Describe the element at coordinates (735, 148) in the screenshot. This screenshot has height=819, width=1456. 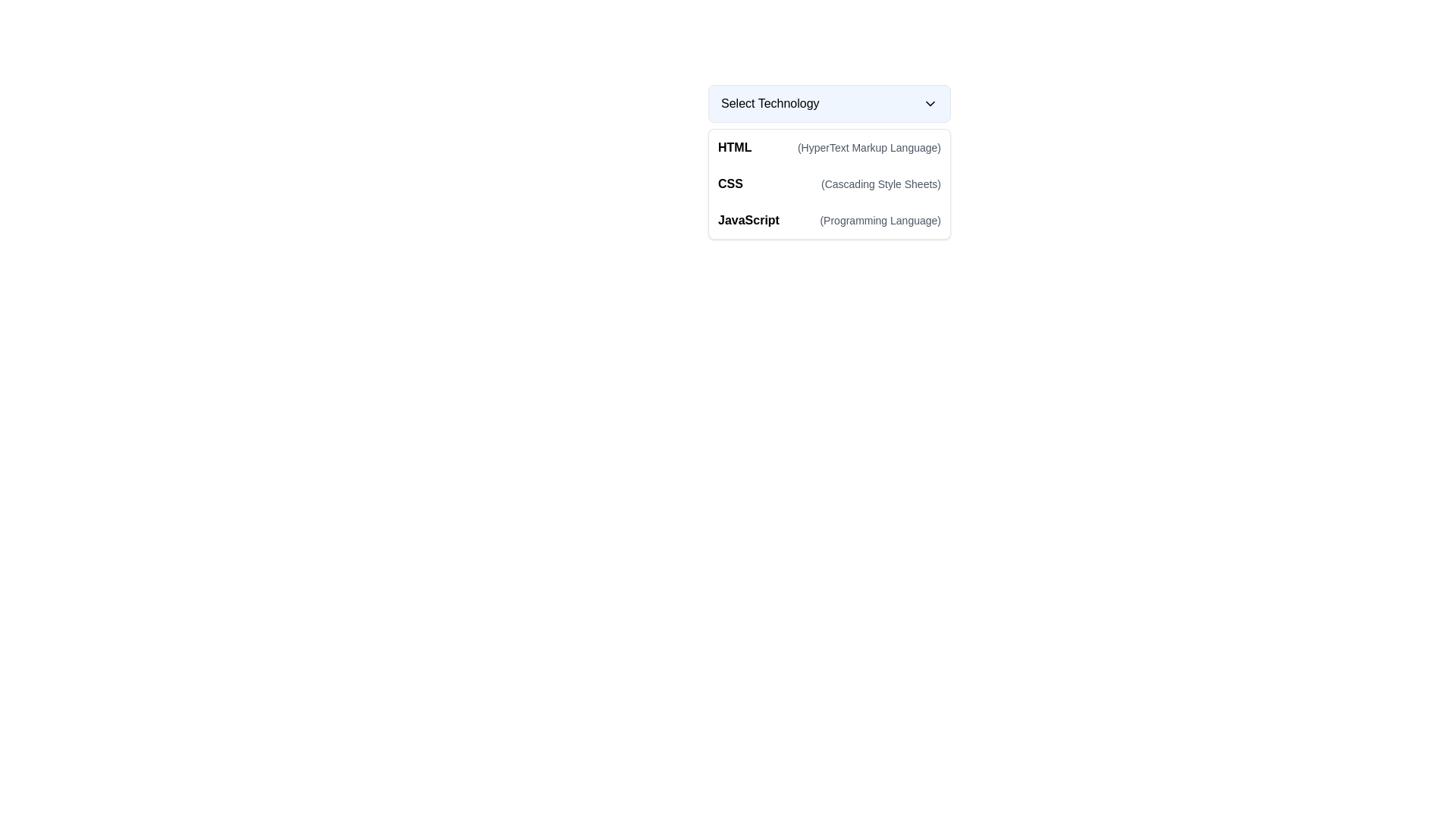
I see `the bold and prominent text label styled as 'HTML' located in the first row of the dropdown list, adjacent to '(HyperText Markup Language)'` at that location.